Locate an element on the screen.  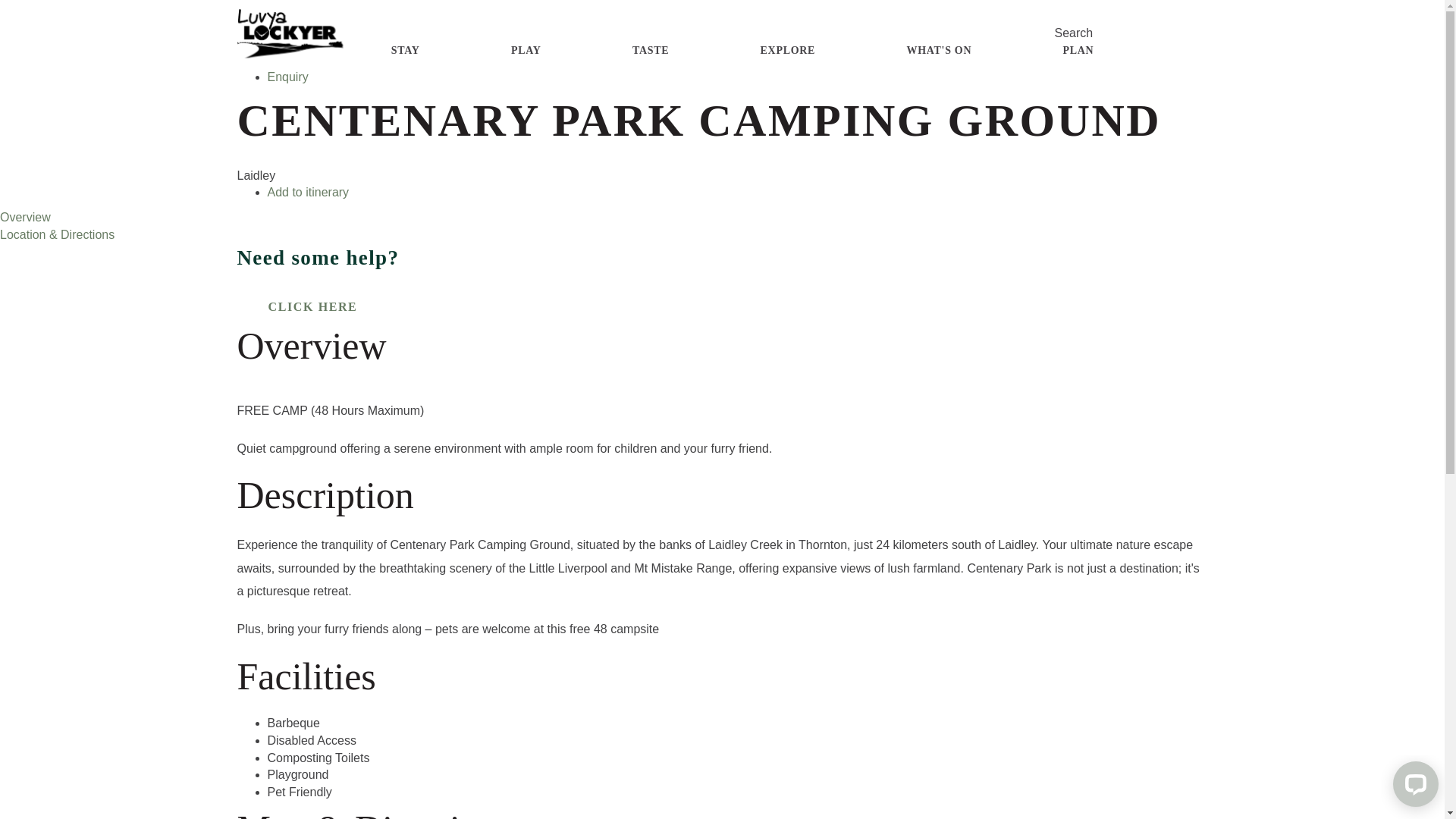
'STAY' is located at coordinates (405, 49).